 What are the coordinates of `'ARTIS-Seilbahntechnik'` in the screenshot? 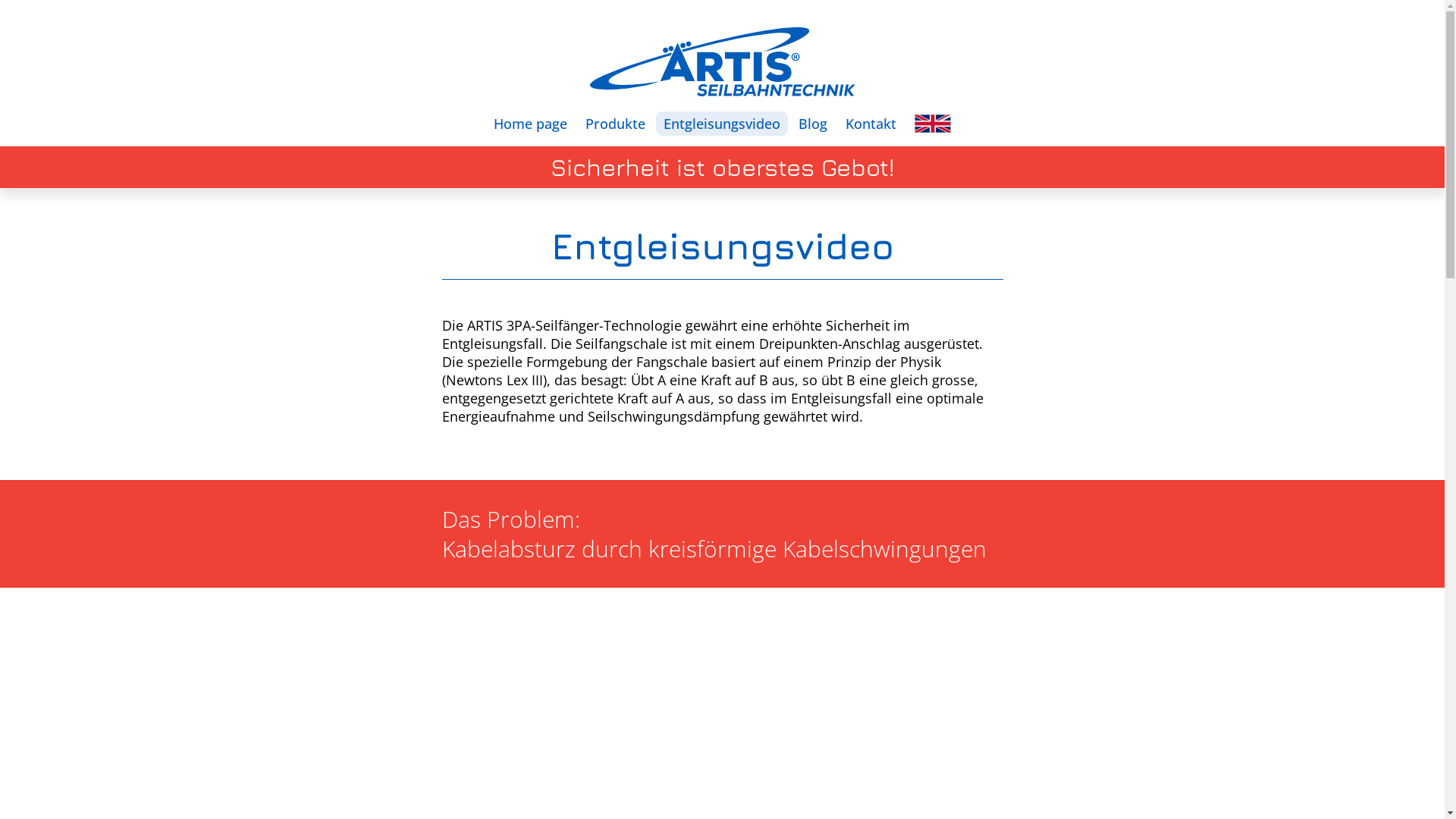 It's located at (588, 61).